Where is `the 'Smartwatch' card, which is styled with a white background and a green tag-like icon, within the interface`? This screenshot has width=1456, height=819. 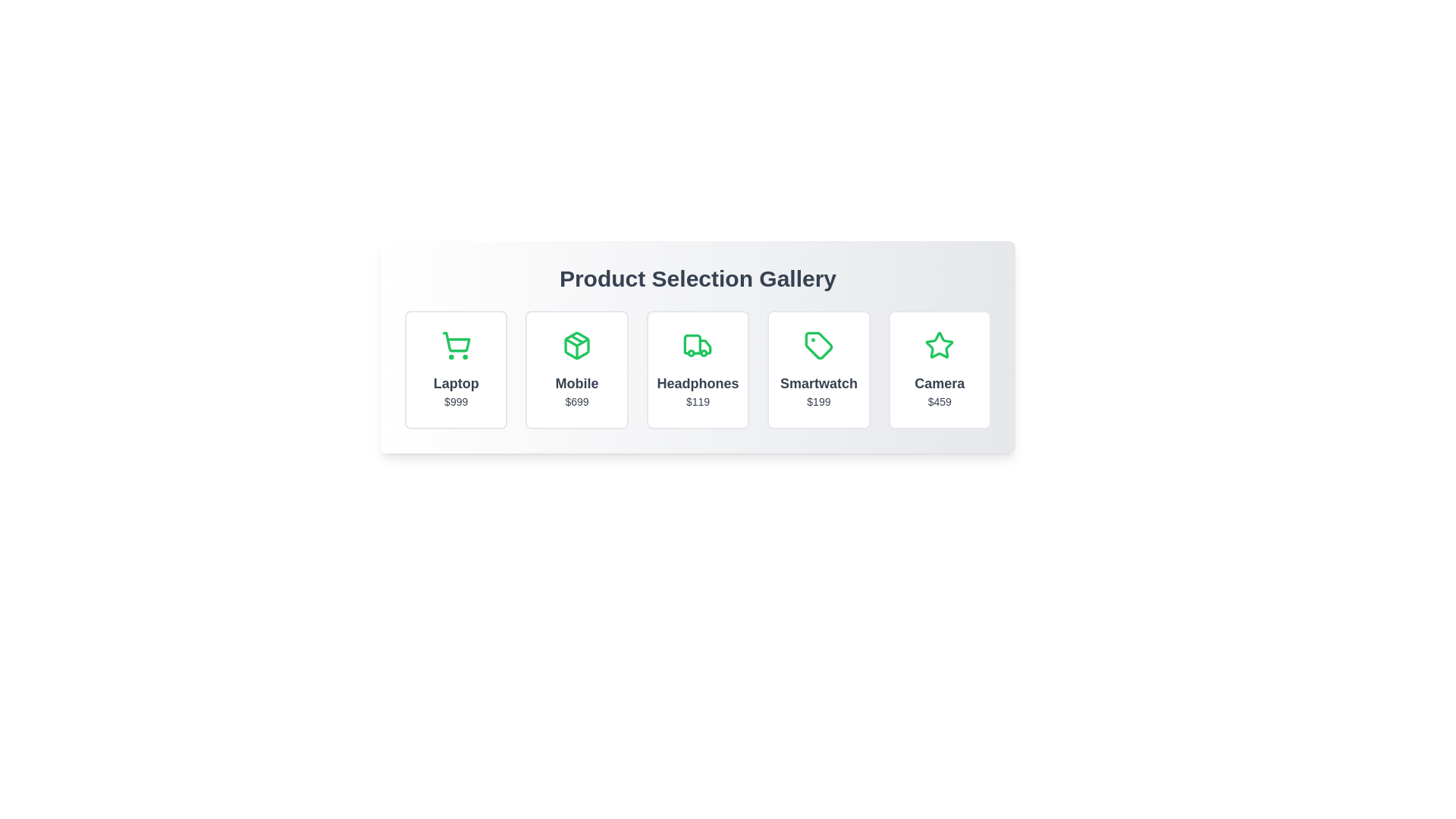 the 'Smartwatch' card, which is styled with a white background and a green tag-like icon, within the interface is located at coordinates (817, 370).